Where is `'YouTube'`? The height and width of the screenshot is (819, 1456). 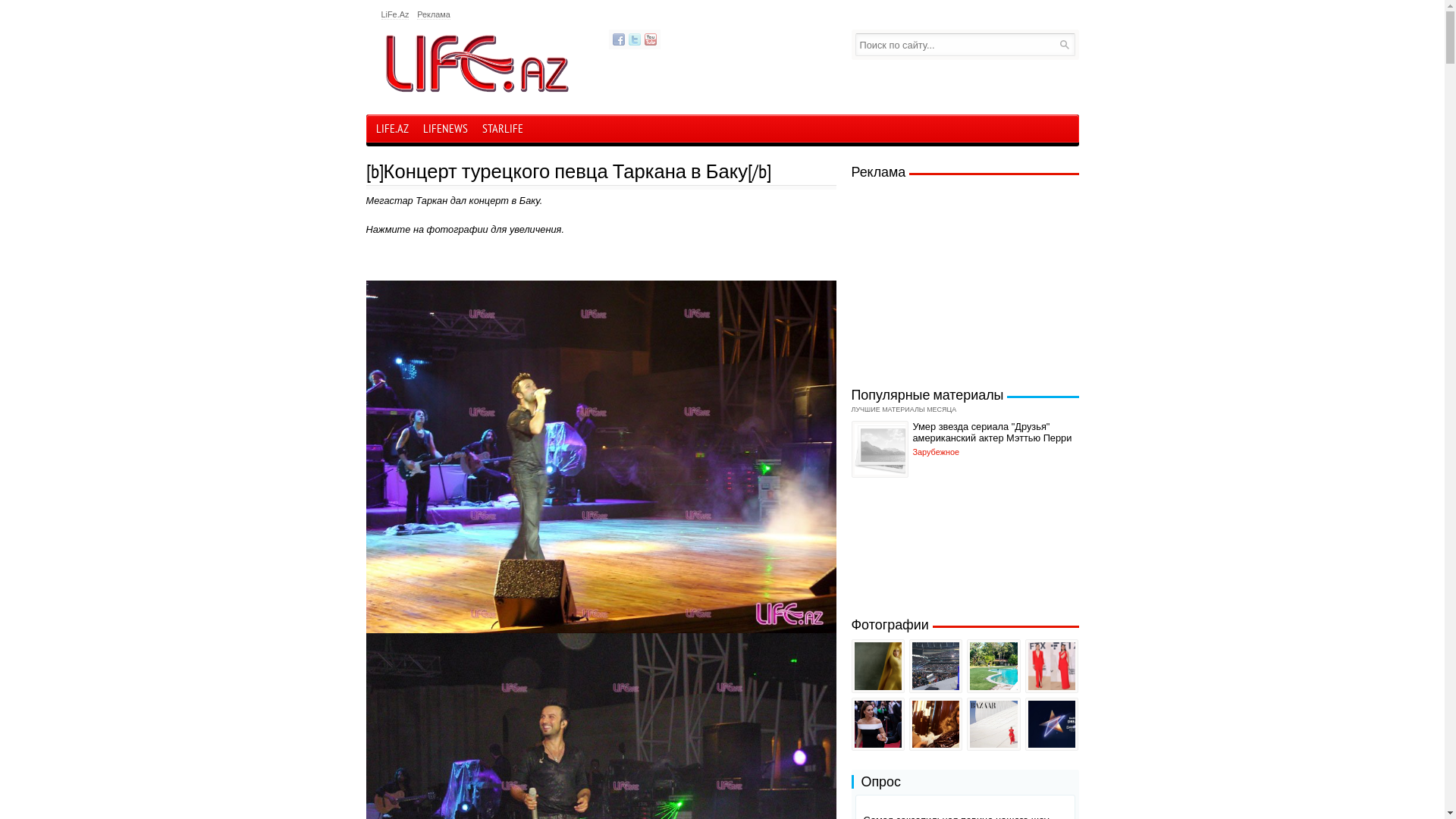 'YouTube' is located at coordinates (644, 38).